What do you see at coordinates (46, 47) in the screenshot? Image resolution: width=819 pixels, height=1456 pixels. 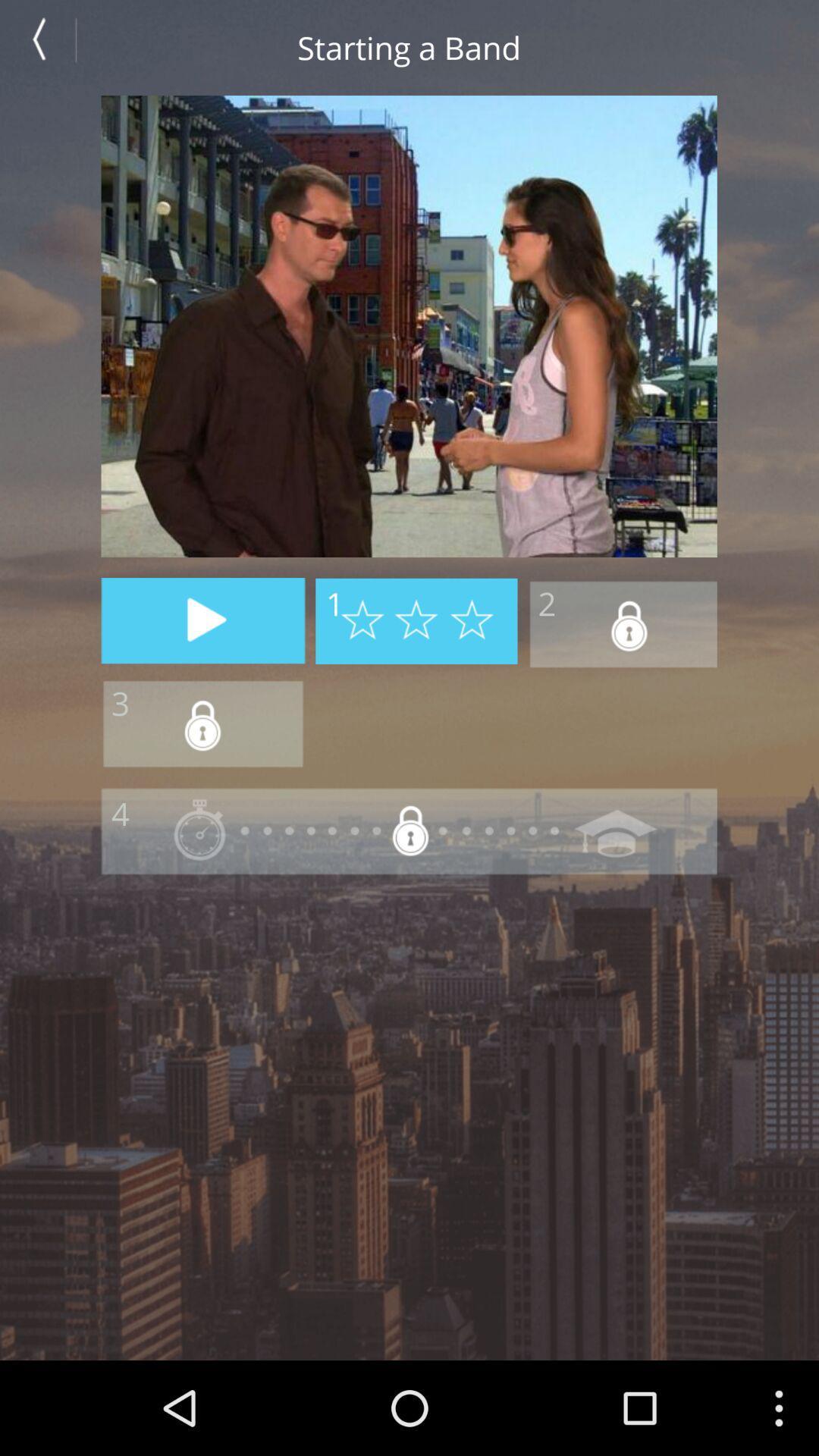 I see `go back` at bounding box center [46, 47].